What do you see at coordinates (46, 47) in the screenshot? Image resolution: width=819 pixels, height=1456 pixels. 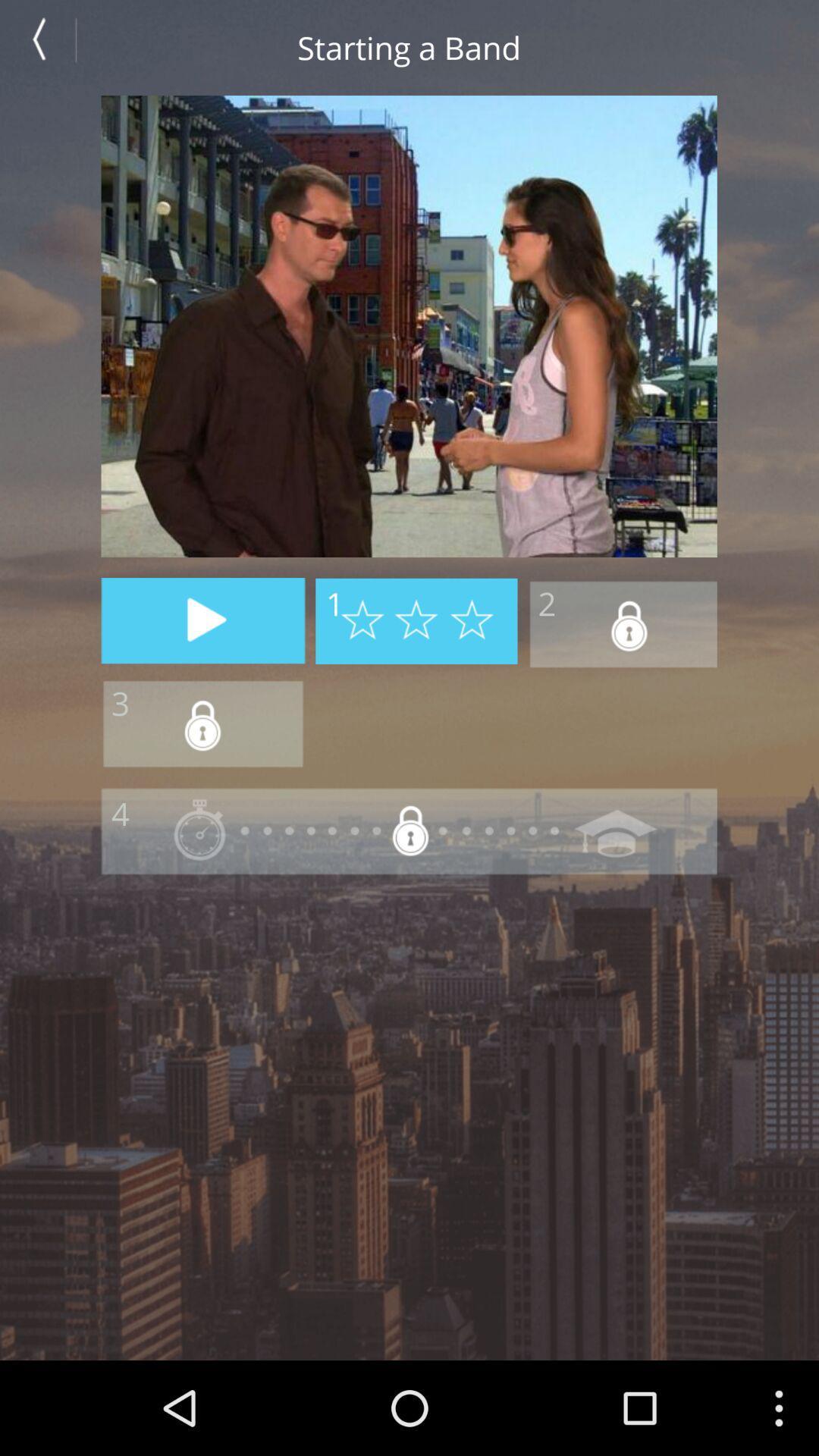 I see `go back` at bounding box center [46, 47].